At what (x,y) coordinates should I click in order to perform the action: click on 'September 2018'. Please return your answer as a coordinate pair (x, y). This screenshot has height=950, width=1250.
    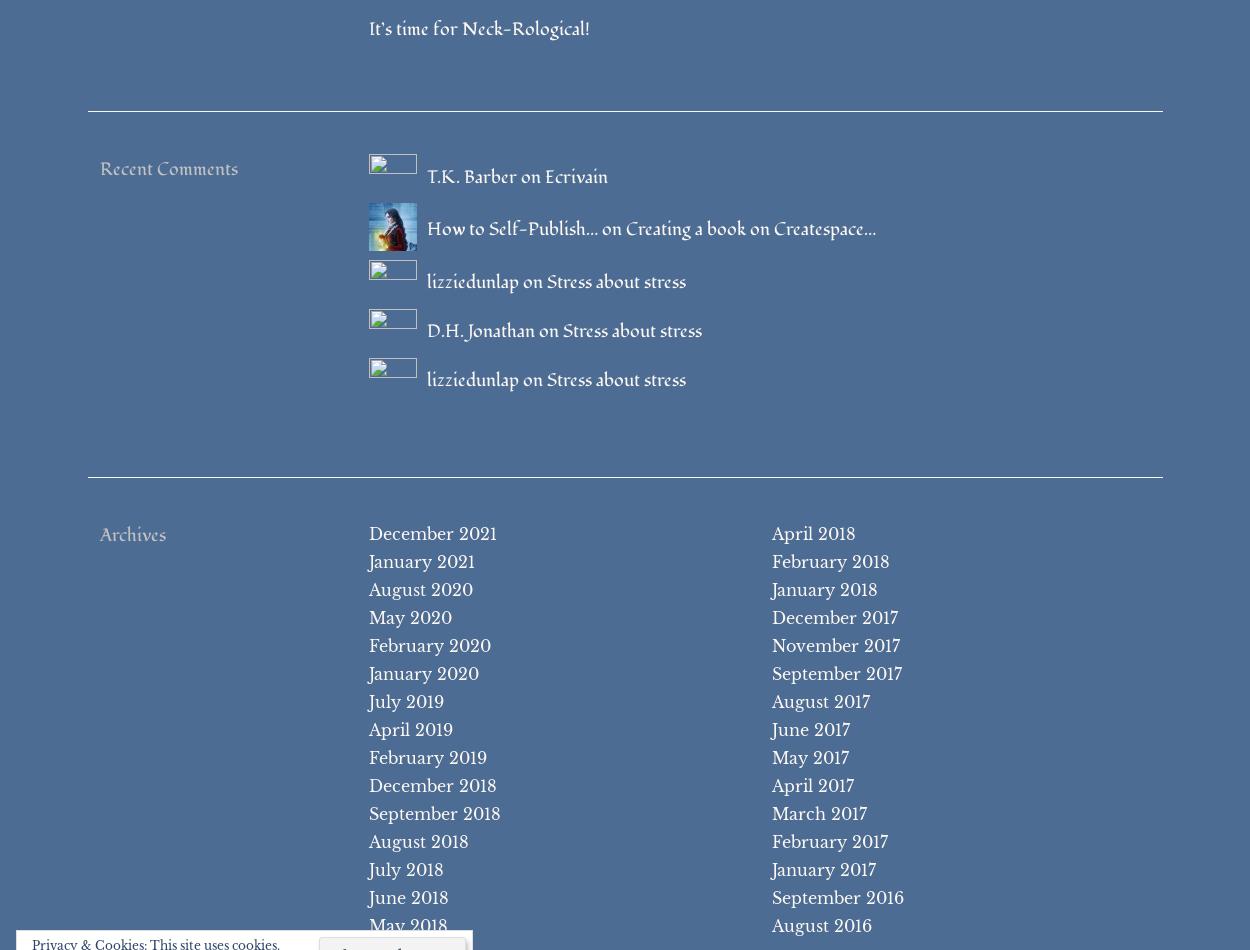
    Looking at the image, I should click on (434, 812).